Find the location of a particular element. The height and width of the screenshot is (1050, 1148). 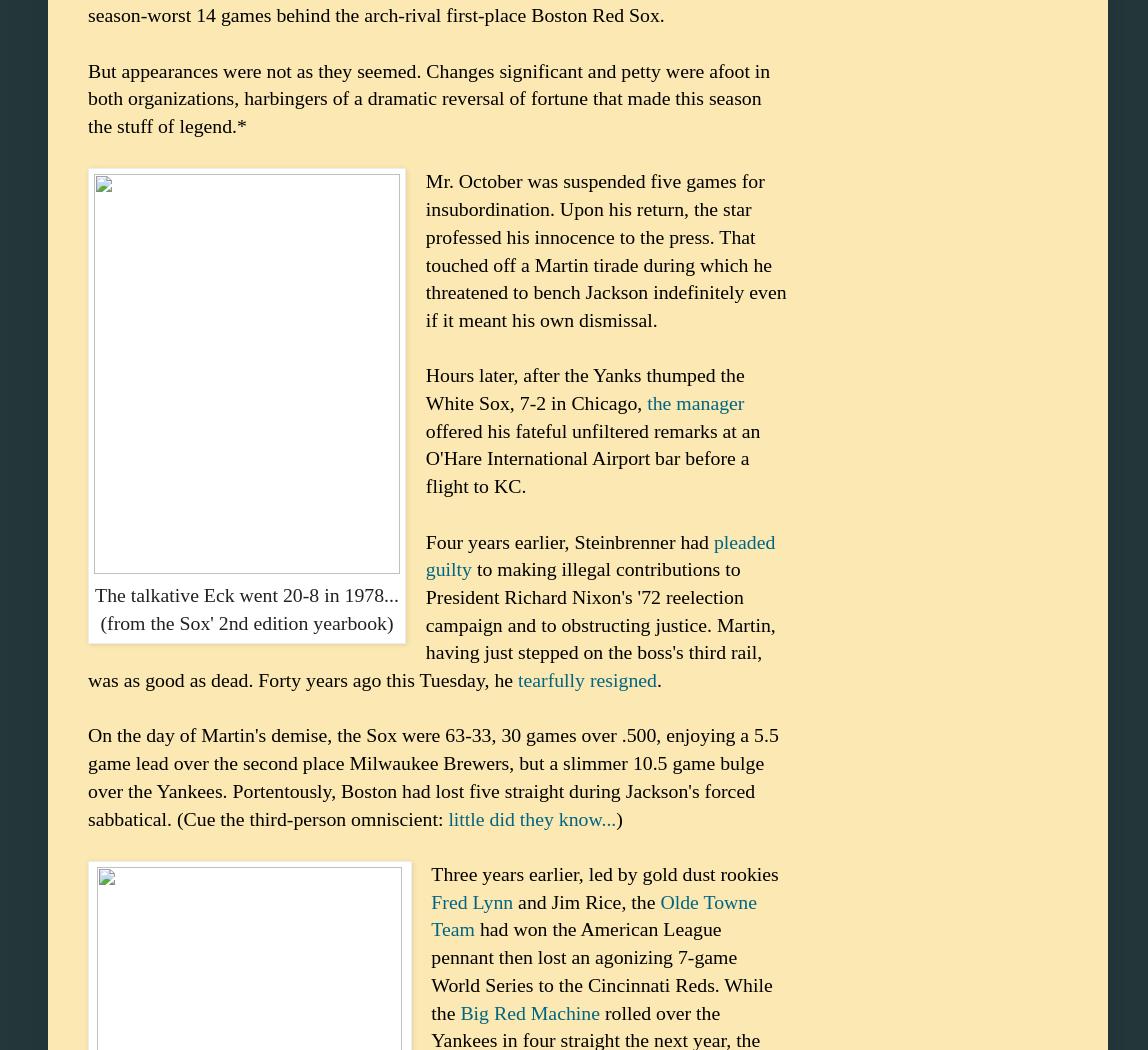

'But appearances were not as they seemed. Changes significant and petty were afoot in both organizations, harbingers of a dramatic reversal of fortune that made this season the stuff of legend.*' is located at coordinates (429, 97).